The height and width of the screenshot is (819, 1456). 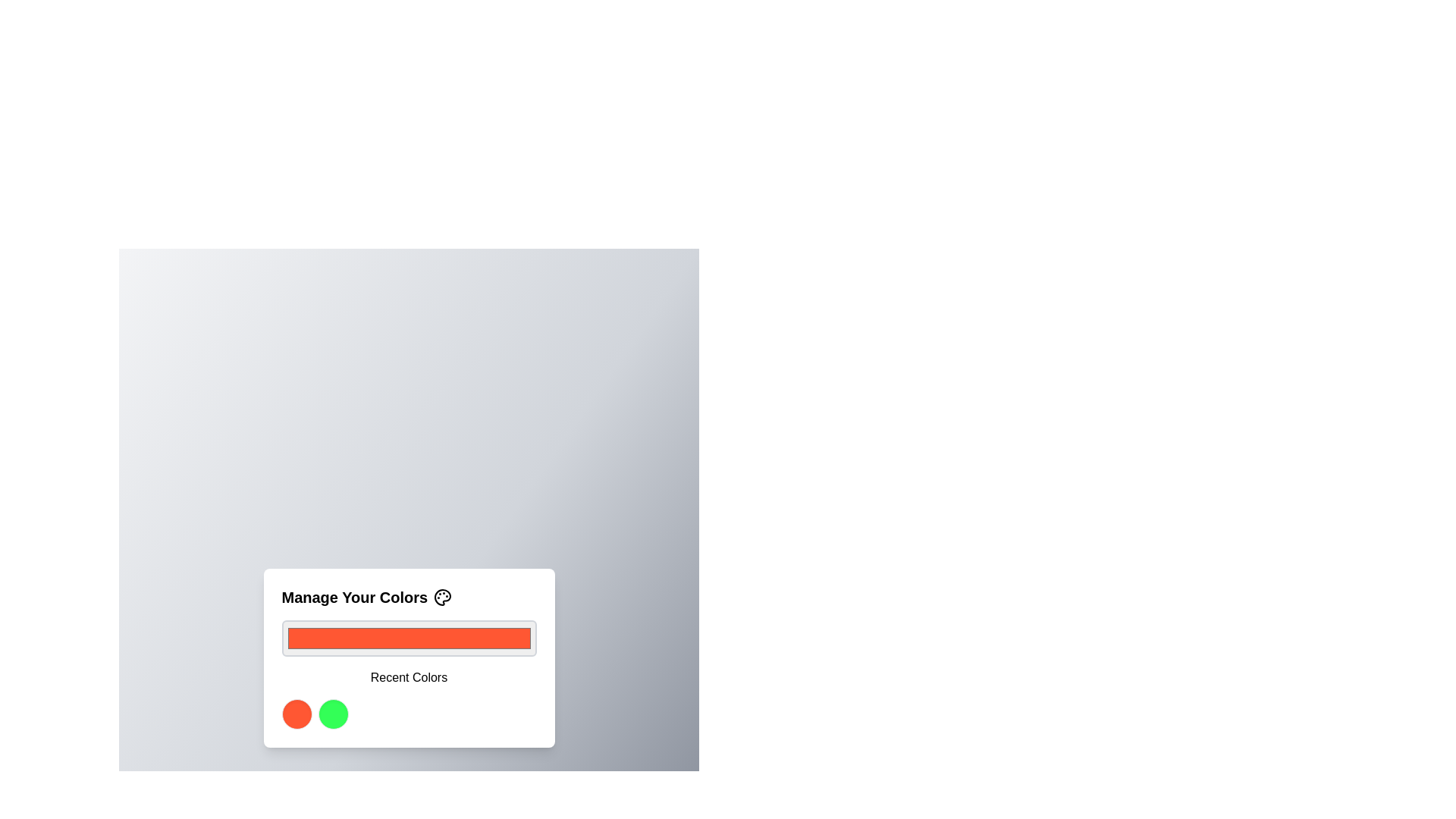 I want to click on the first selectable color button, which is a circular area with a solid red fill, located at the bottom section of the card layout titled 'Manage Your Colors', so click(x=297, y=714).